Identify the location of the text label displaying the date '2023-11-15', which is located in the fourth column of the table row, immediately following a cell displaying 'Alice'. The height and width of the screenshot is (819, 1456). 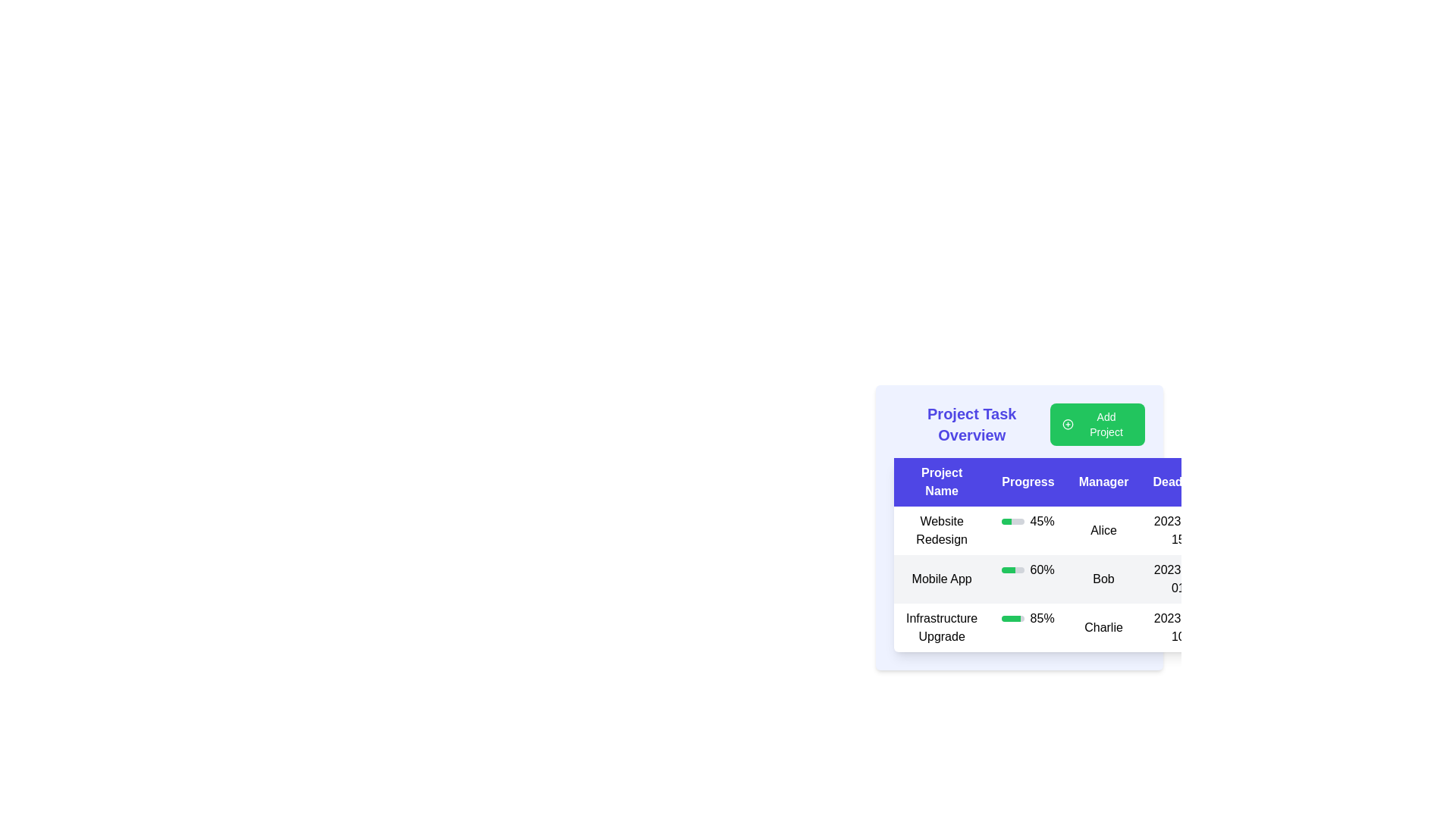
(1177, 529).